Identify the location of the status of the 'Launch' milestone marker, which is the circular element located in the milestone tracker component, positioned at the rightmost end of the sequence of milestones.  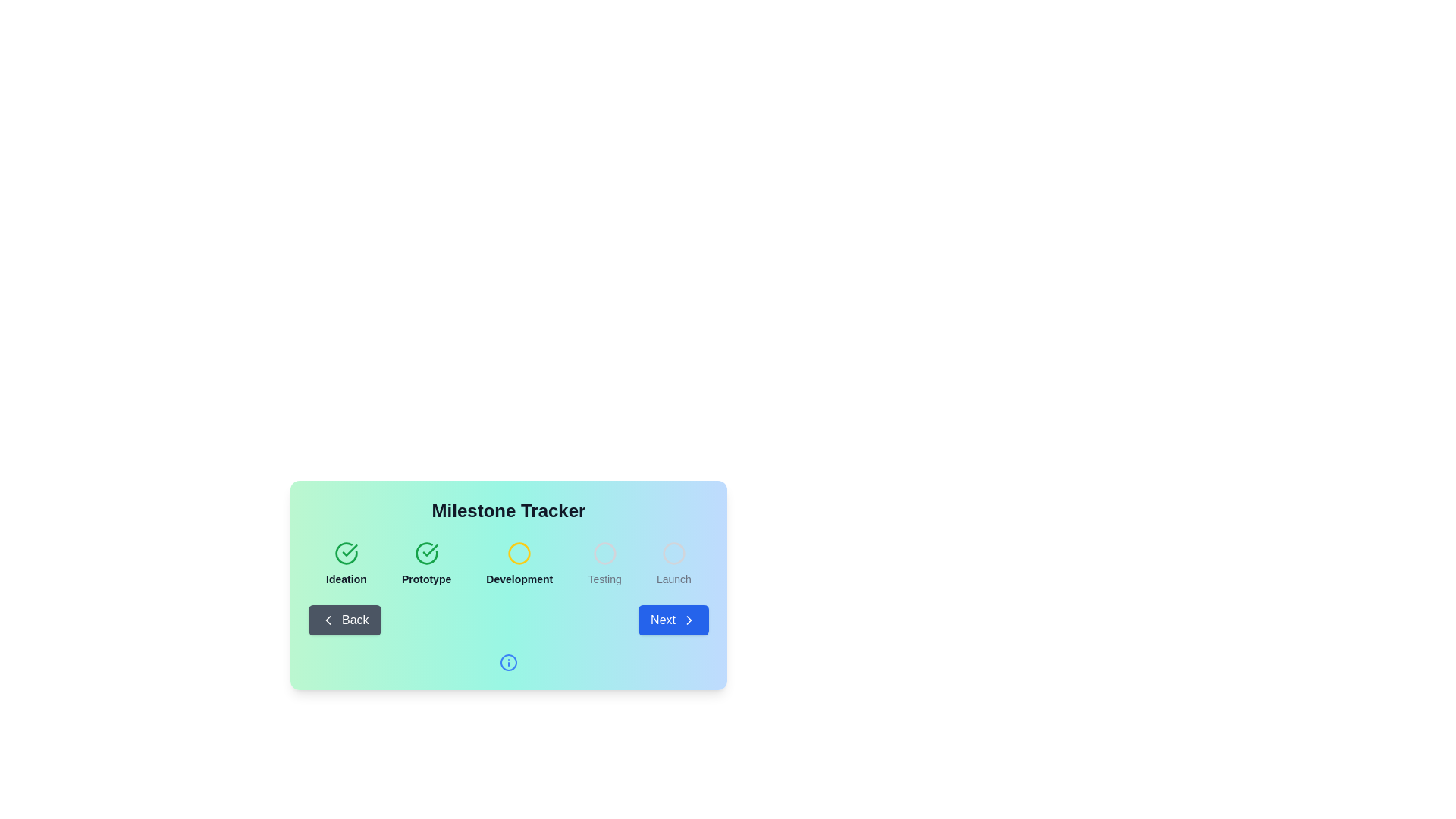
(673, 553).